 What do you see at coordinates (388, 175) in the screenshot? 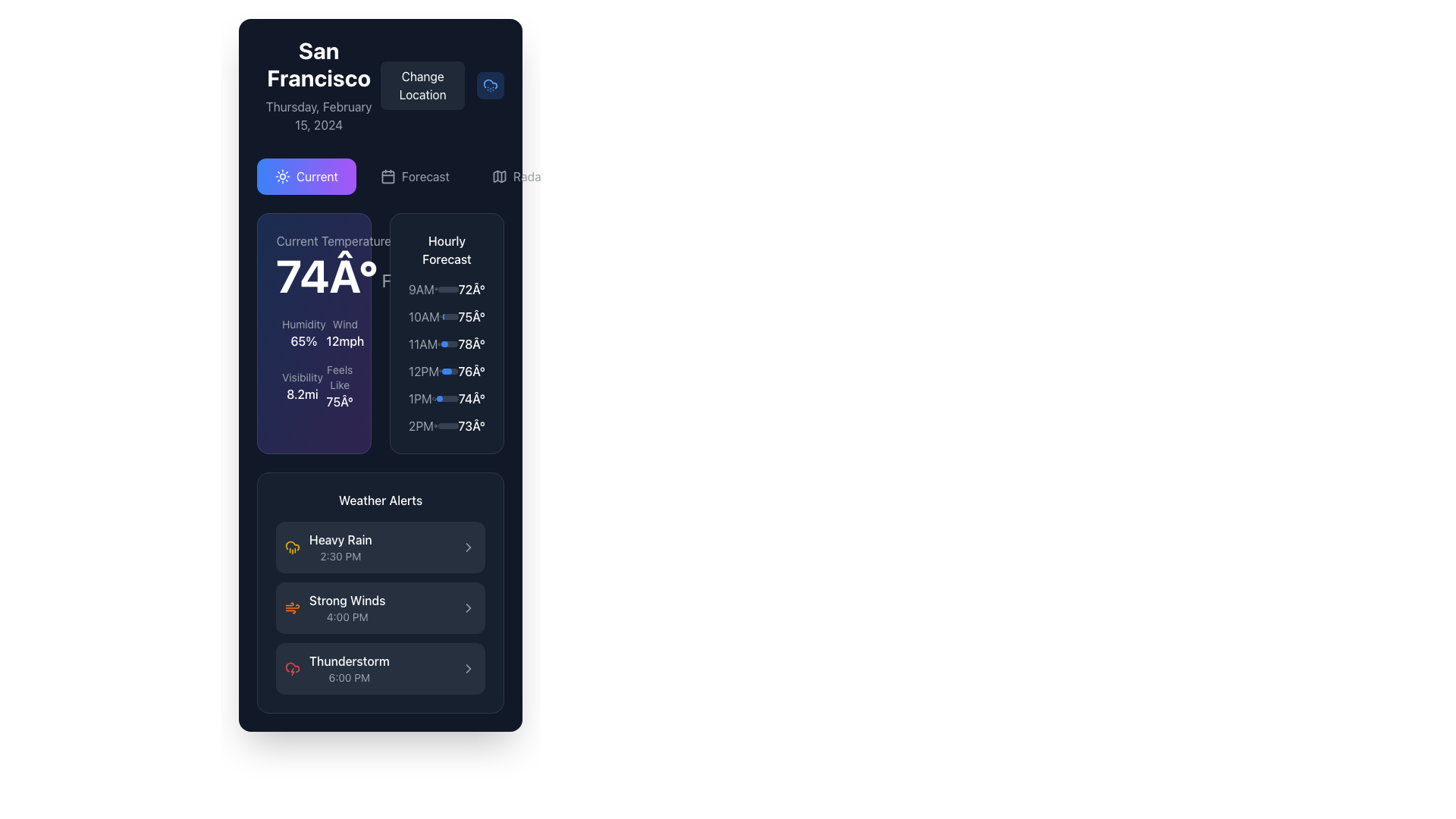
I see `the graphical element within the calendar icon, which is centered horizontally and located in the top section of the interface, situated to the right of the 'Current' and 'Forecast' tabs` at bounding box center [388, 175].